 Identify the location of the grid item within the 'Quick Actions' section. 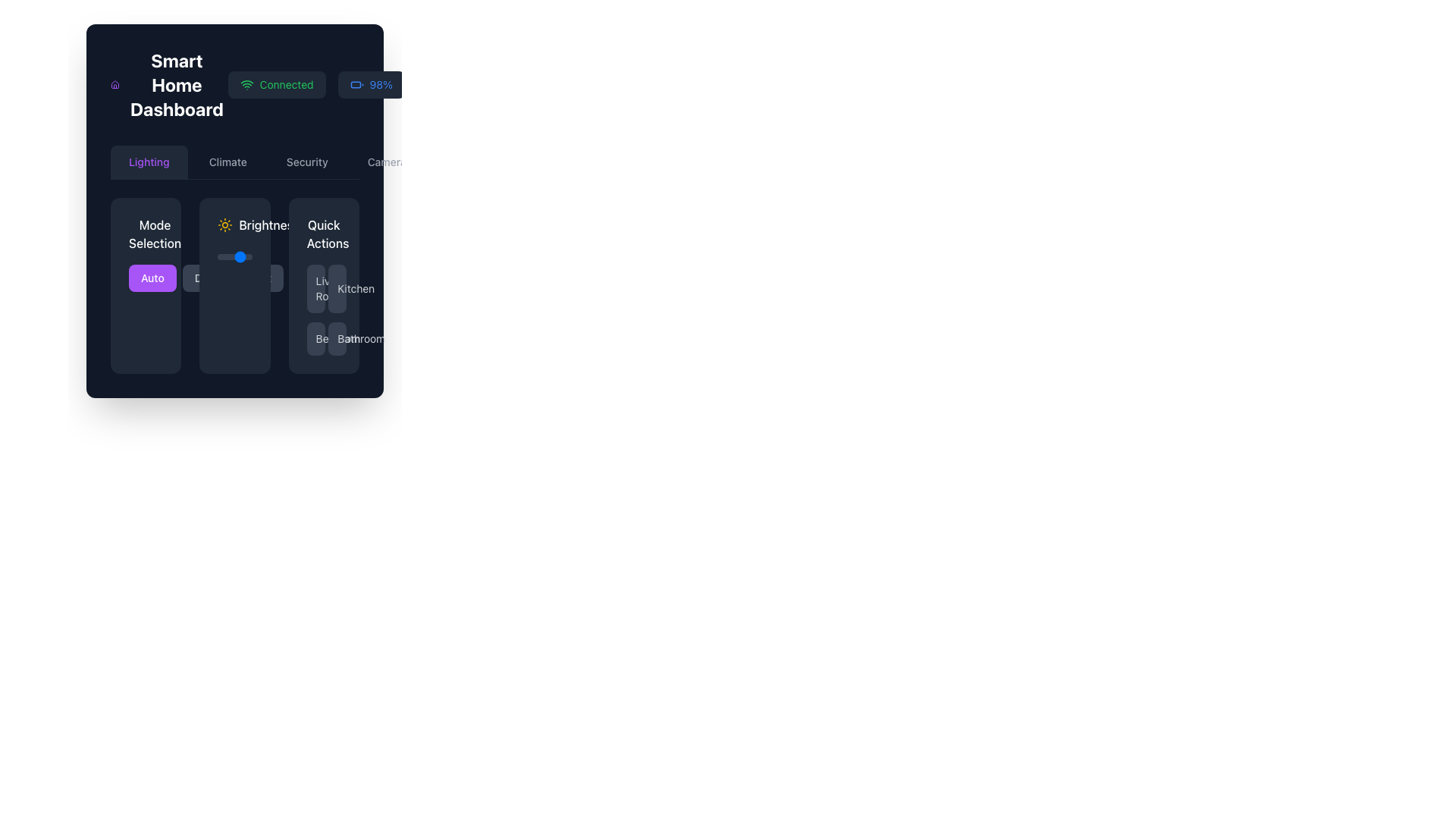
(323, 309).